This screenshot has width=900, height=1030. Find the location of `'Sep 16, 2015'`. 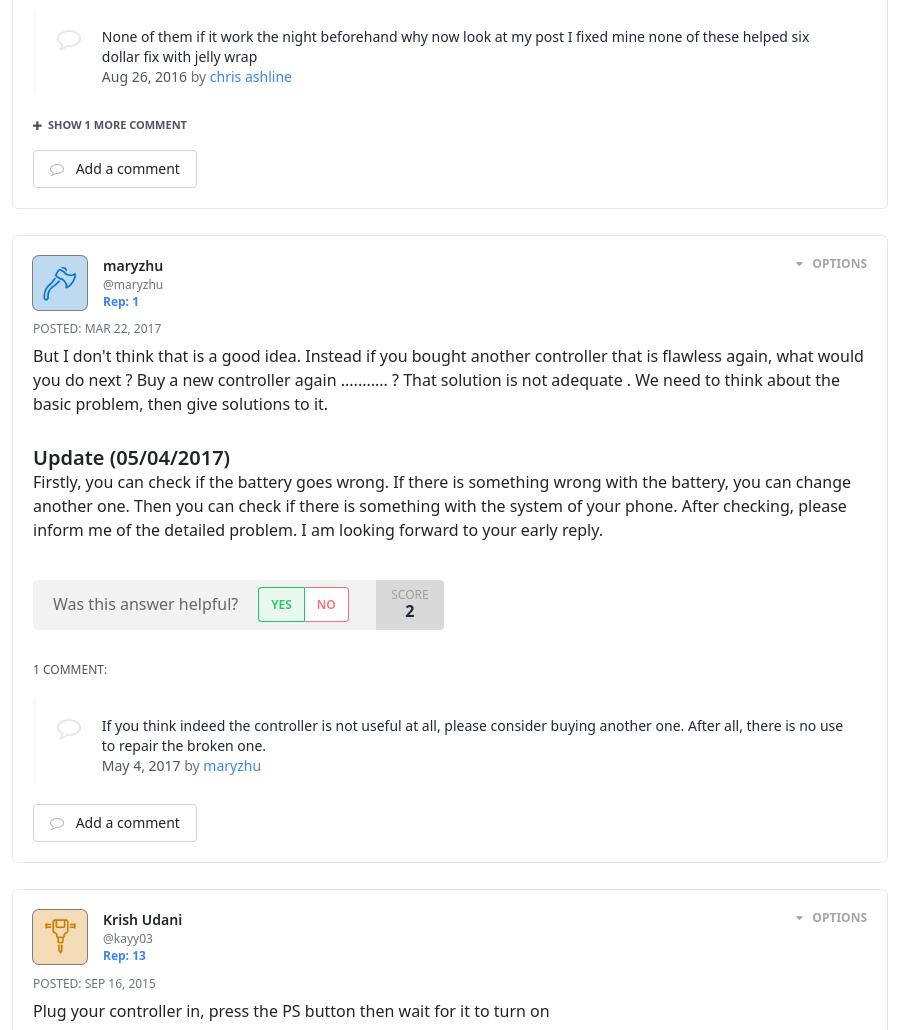

'Sep 16, 2015' is located at coordinates (82, 981).